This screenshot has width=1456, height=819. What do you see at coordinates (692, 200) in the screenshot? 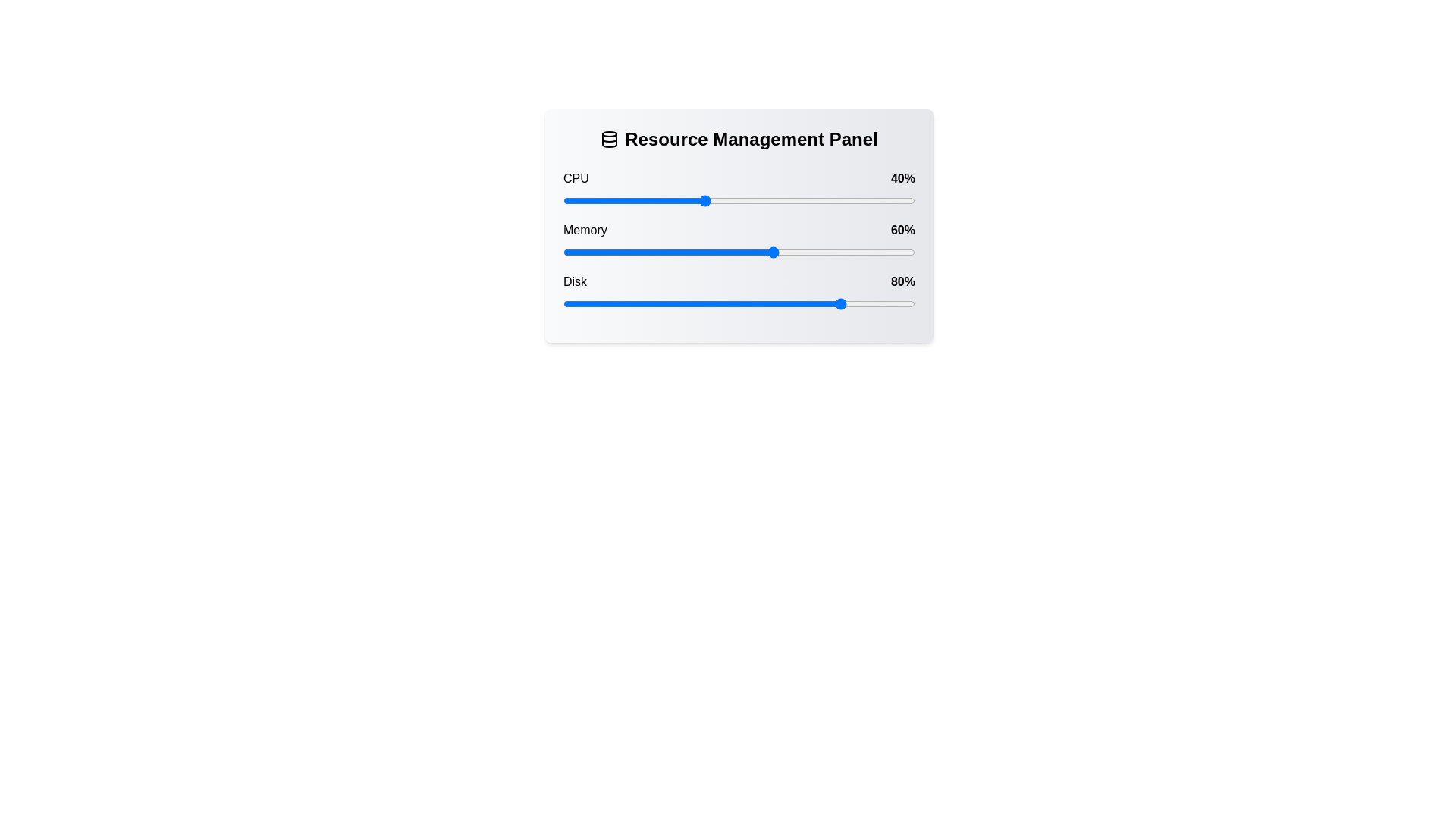
I see `the CPU slider to 37%` at bounding box center [692, 200].